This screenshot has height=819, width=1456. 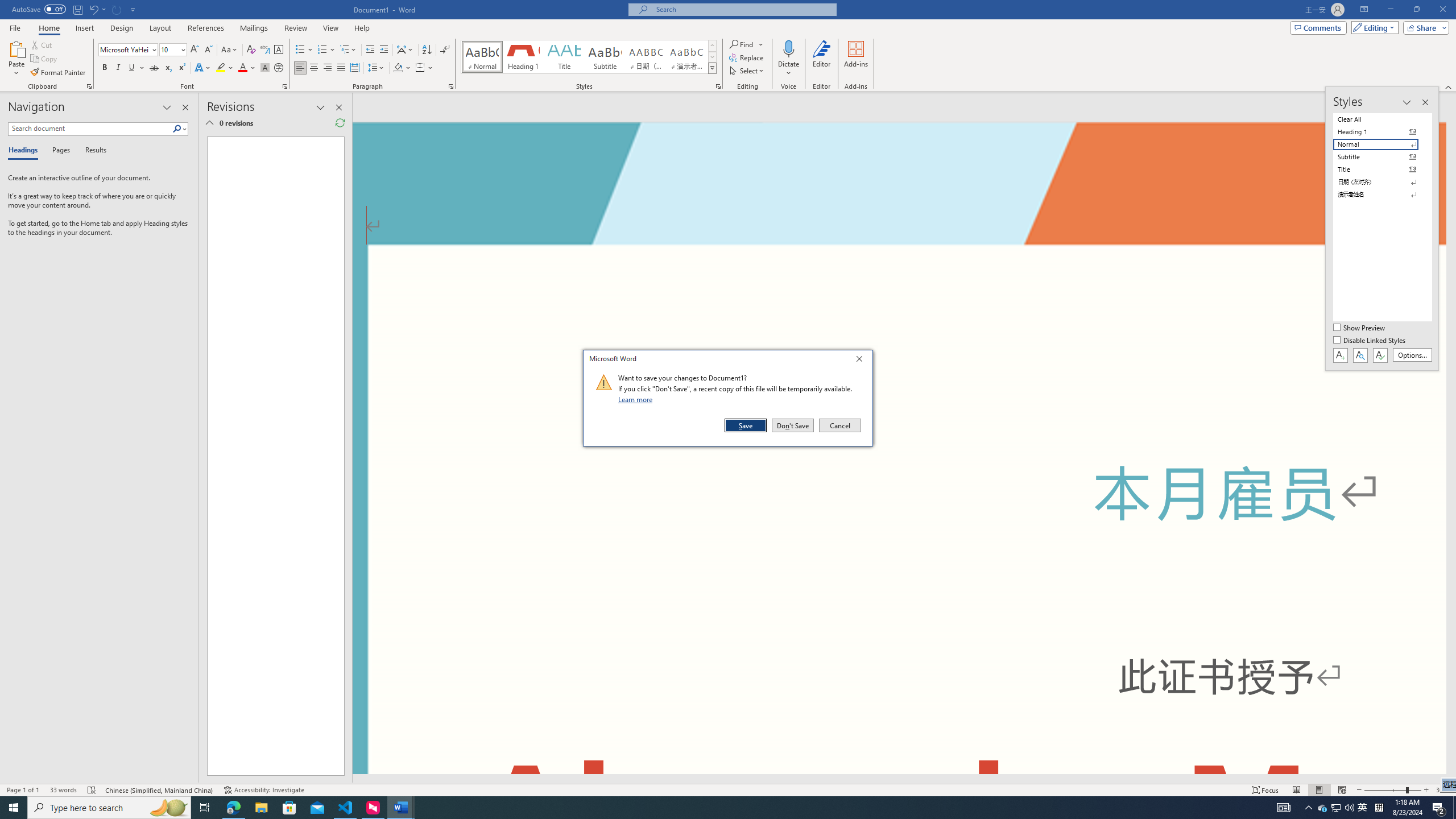 What do you see at coordinates (1412, 355) in the screenshot?
I see `'Options...'` at bounding box center [1412, 355].